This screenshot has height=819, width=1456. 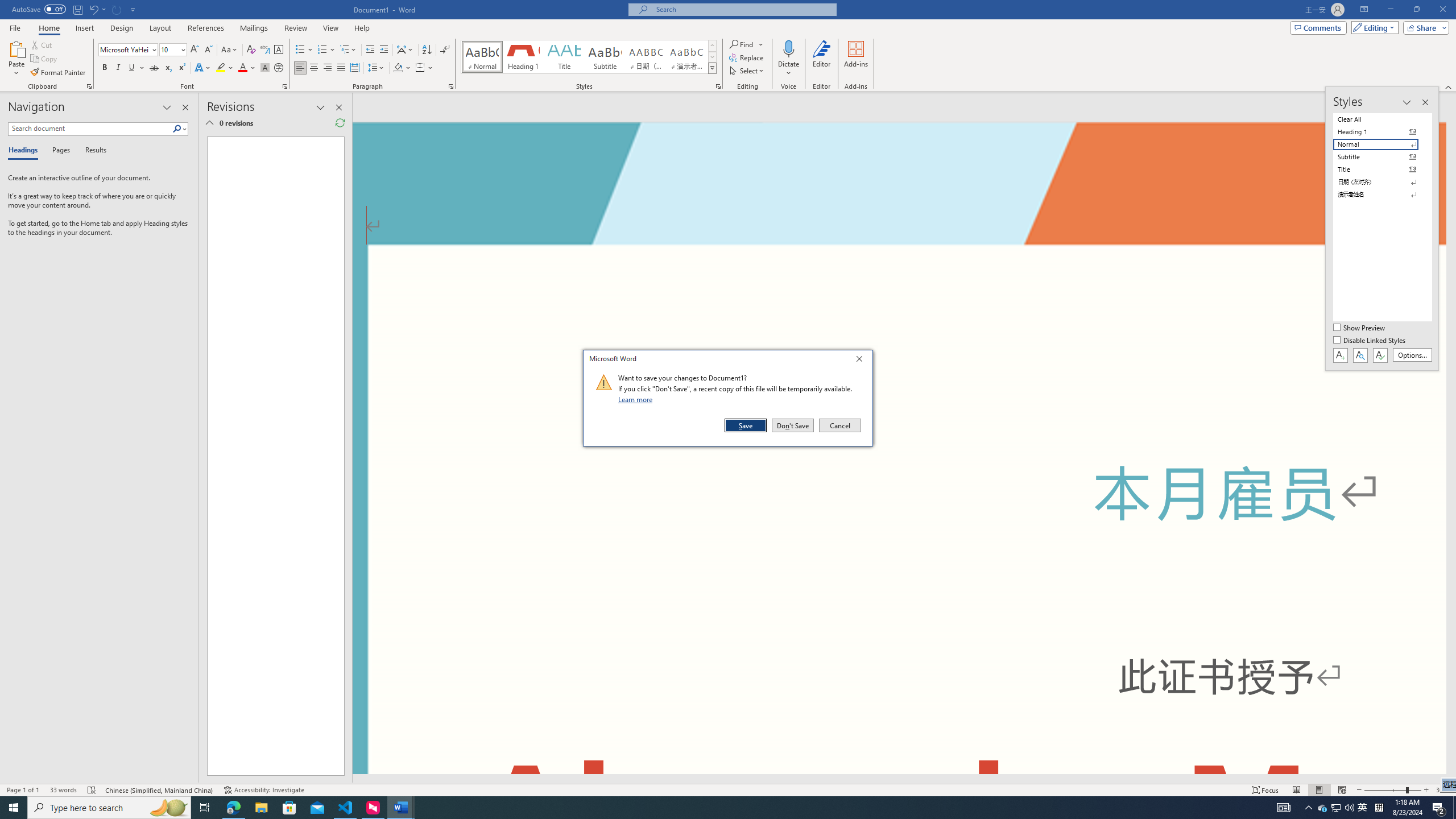 What do you see at coordinates (1412, 355) in the screenshot?
I see `'Options...'` at bounding box center [1412, 355].